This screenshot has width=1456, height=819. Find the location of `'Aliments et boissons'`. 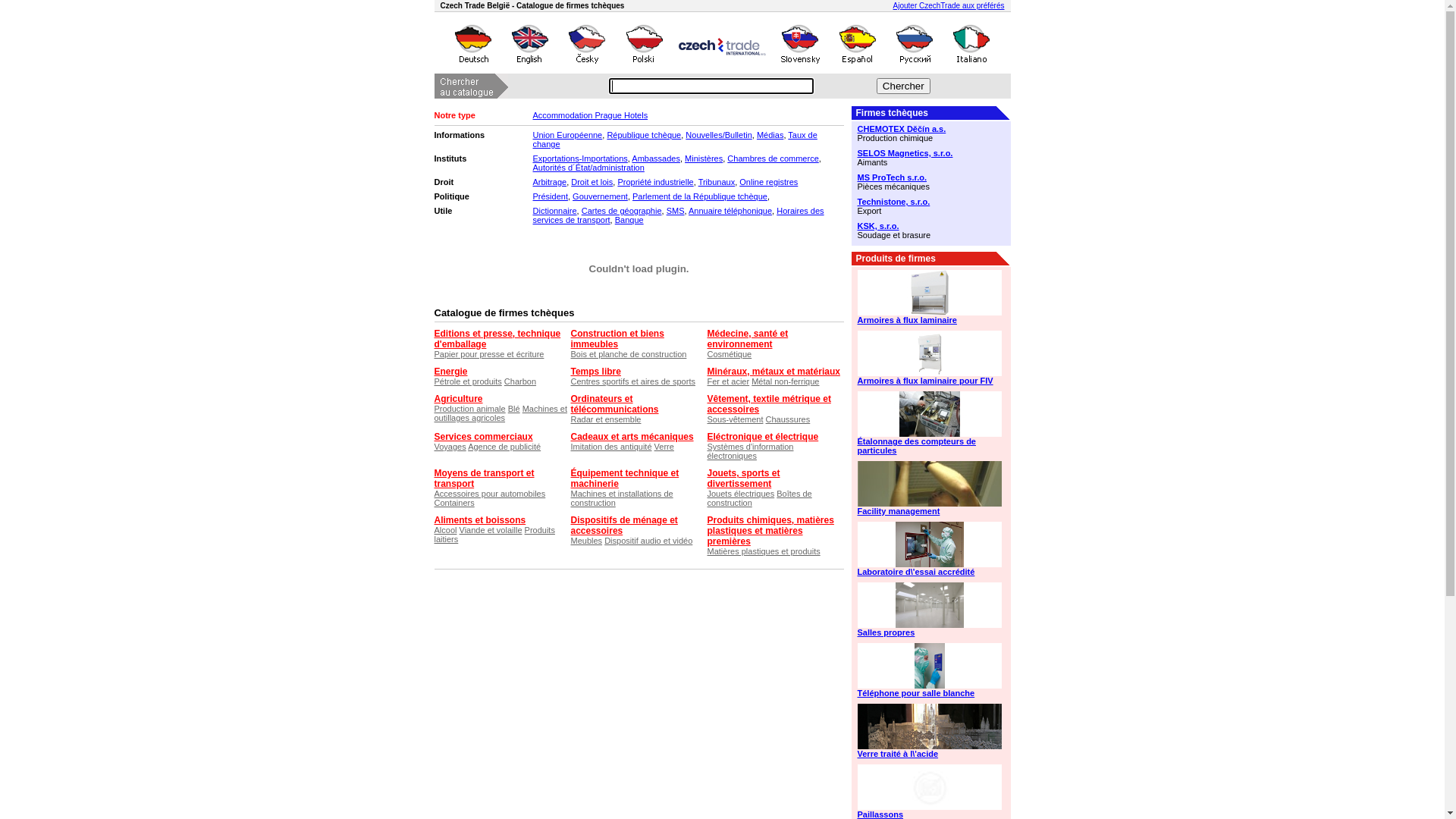

'Aliments et boissons' is located at coordinates (432, 519).